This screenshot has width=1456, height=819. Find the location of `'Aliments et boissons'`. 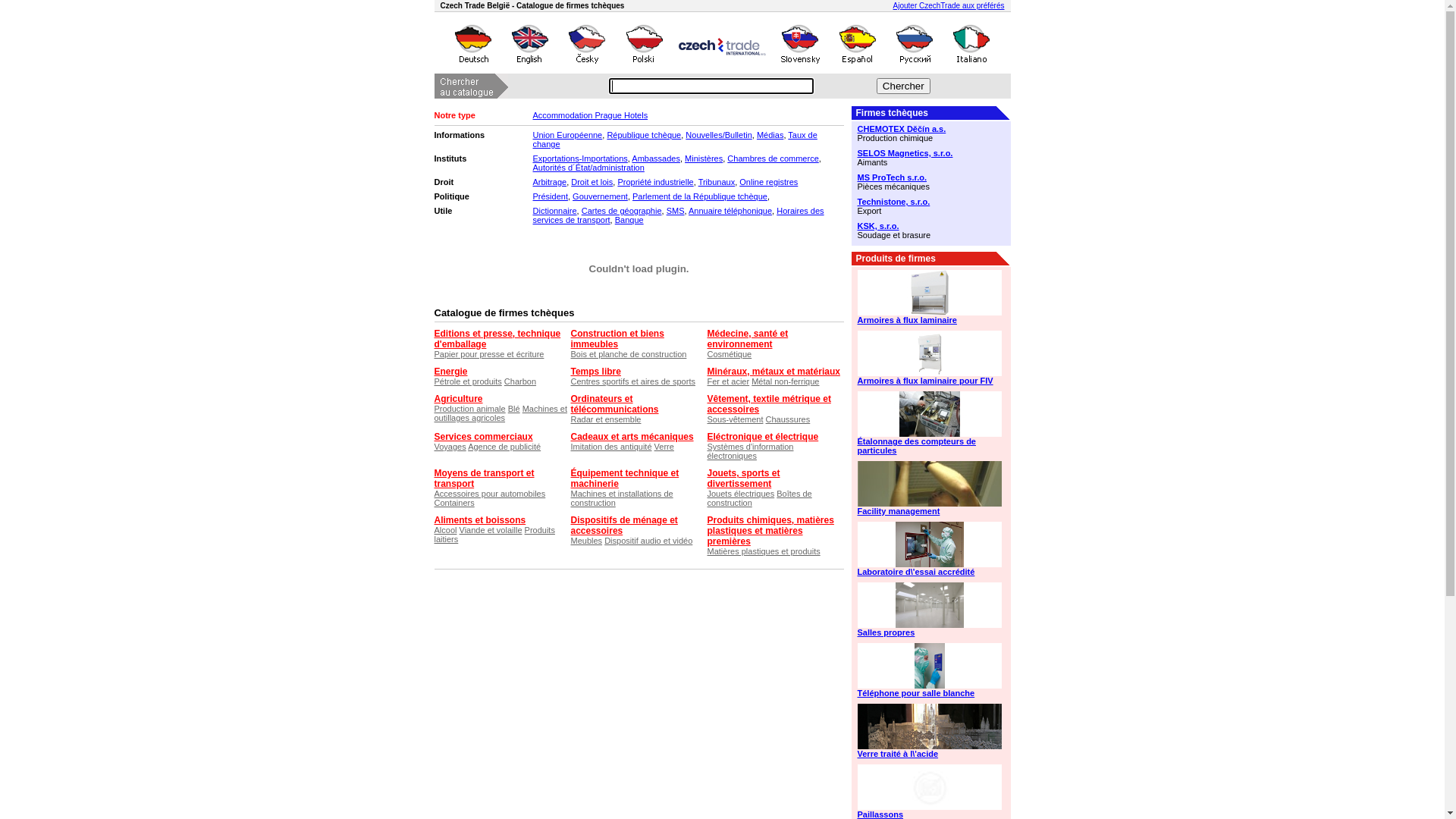

'Aliments et boissons' is located at coordinates (432, 519).